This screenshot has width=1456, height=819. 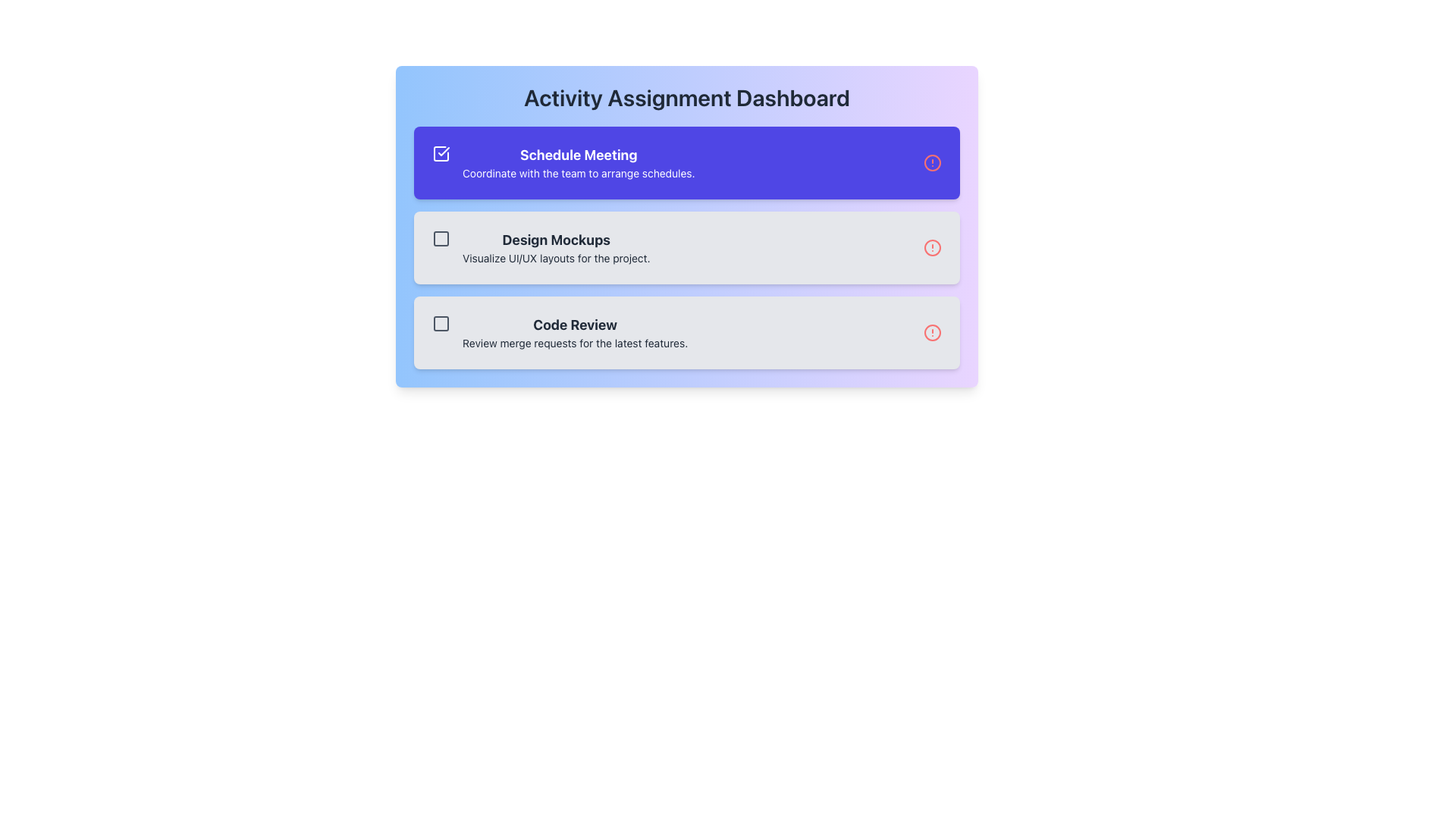 What do you see at coordinates (563, 163) in the screenshot?
I see `the Text block with supporting icon that provides information about the task 'Schedule Meeting' in the uppermost card of the Activity Assignment Dashboard to trigger hover effects` at bounding box center [563, 163].